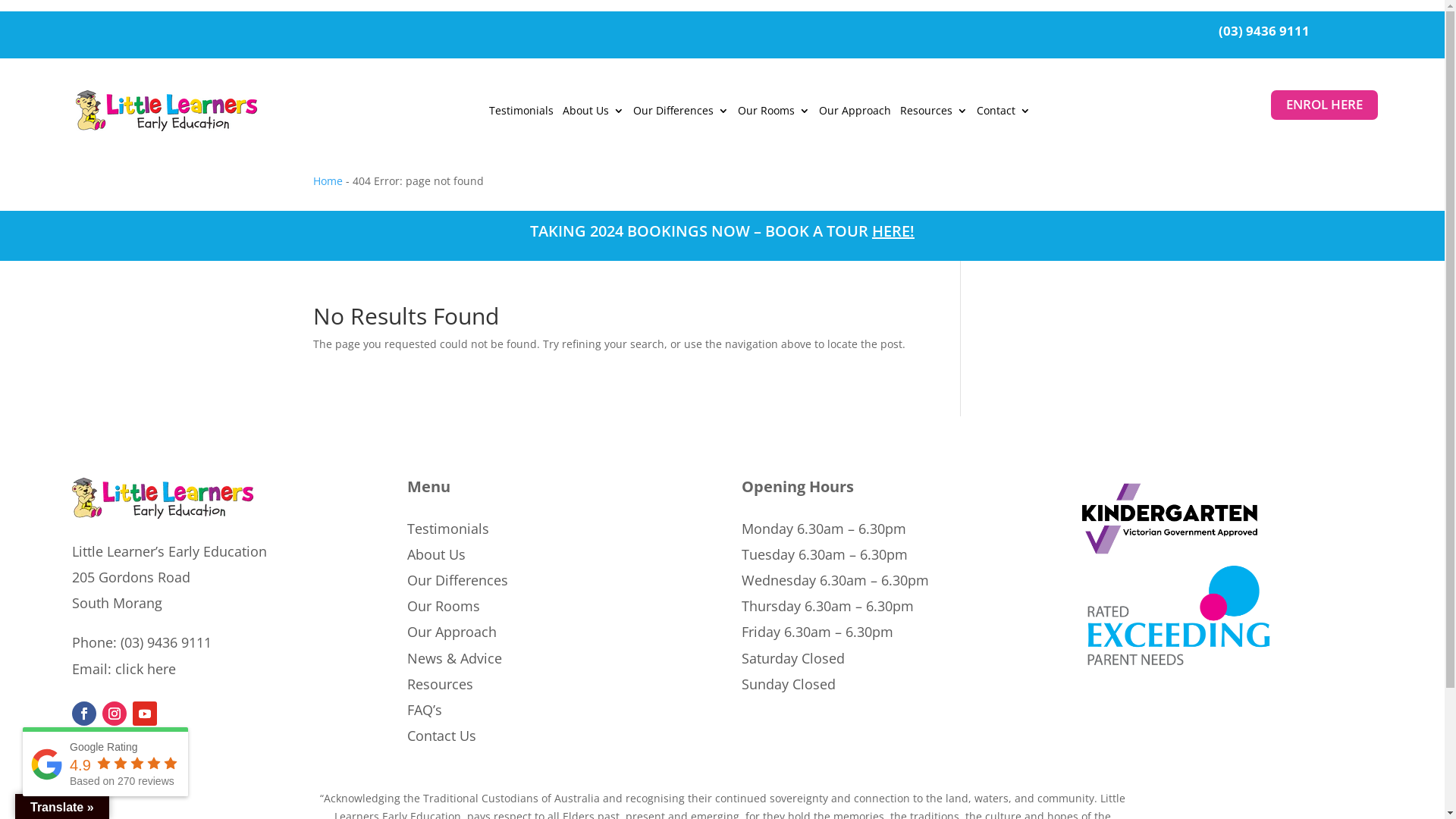  I want to click on 'Our Rooms', so click(773, 113).